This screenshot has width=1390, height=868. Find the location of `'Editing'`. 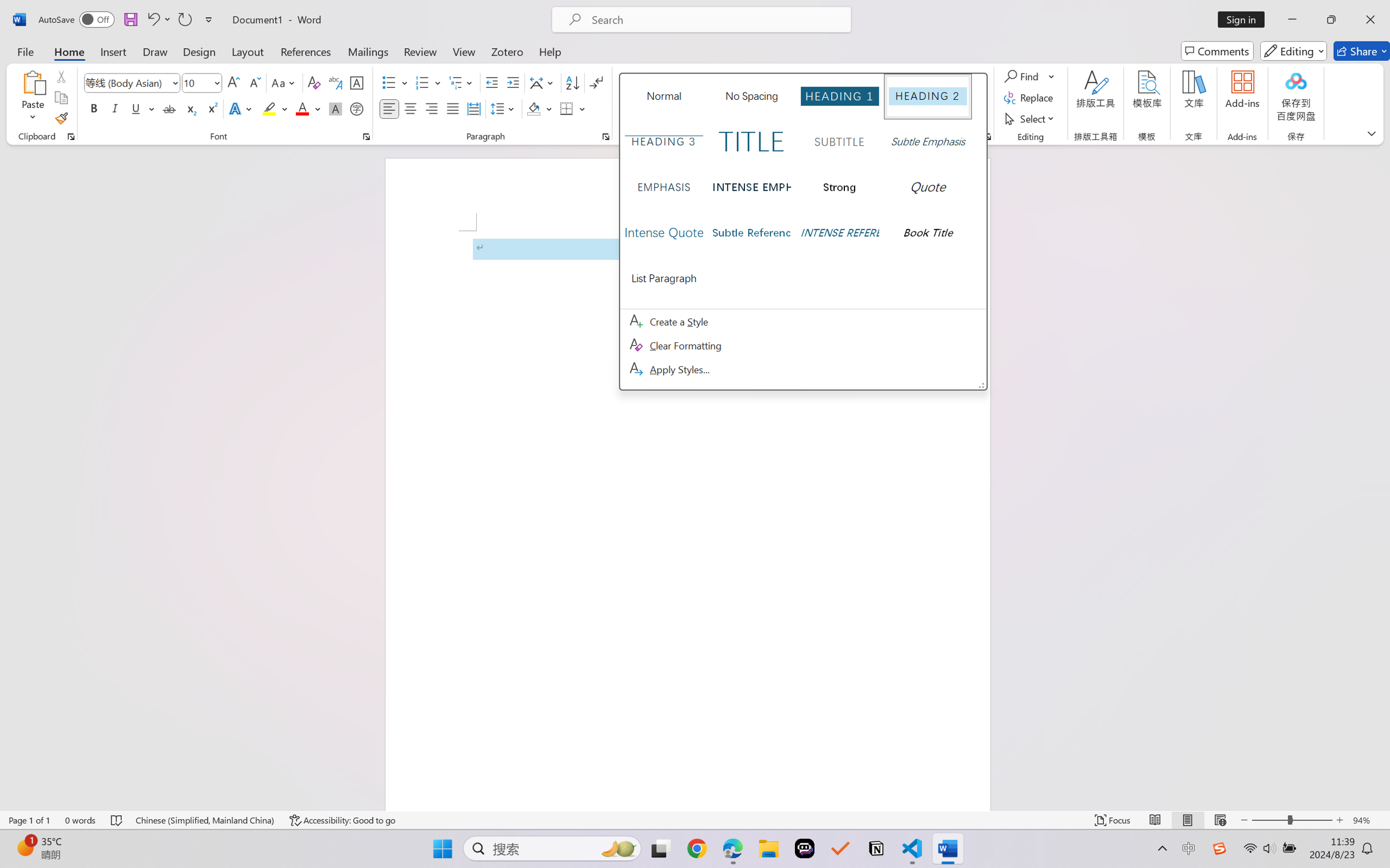

'Editing' is located at coordinates (1294, 51).